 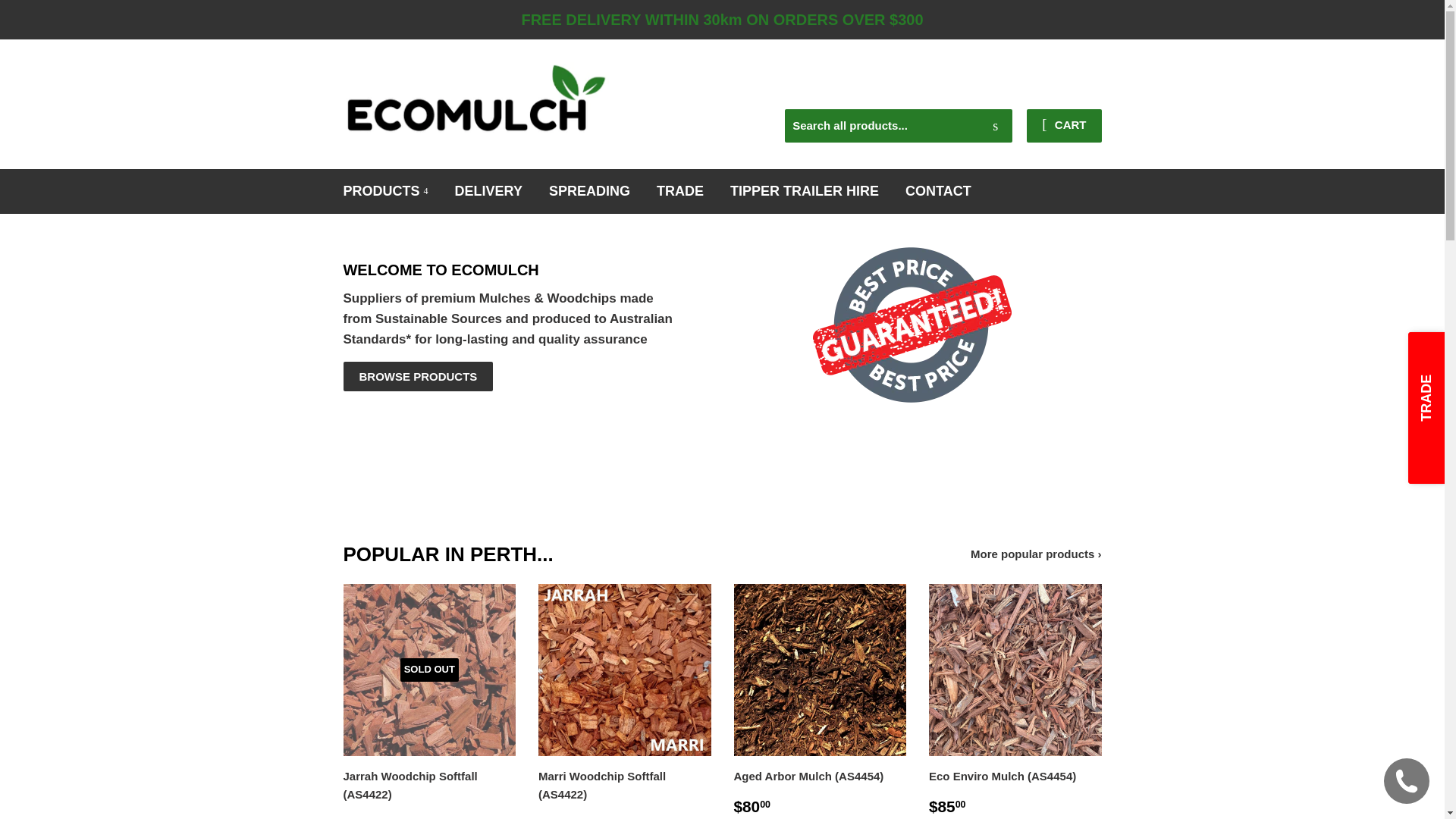 I want to click on 'CART', so click(x=1062, y=124).